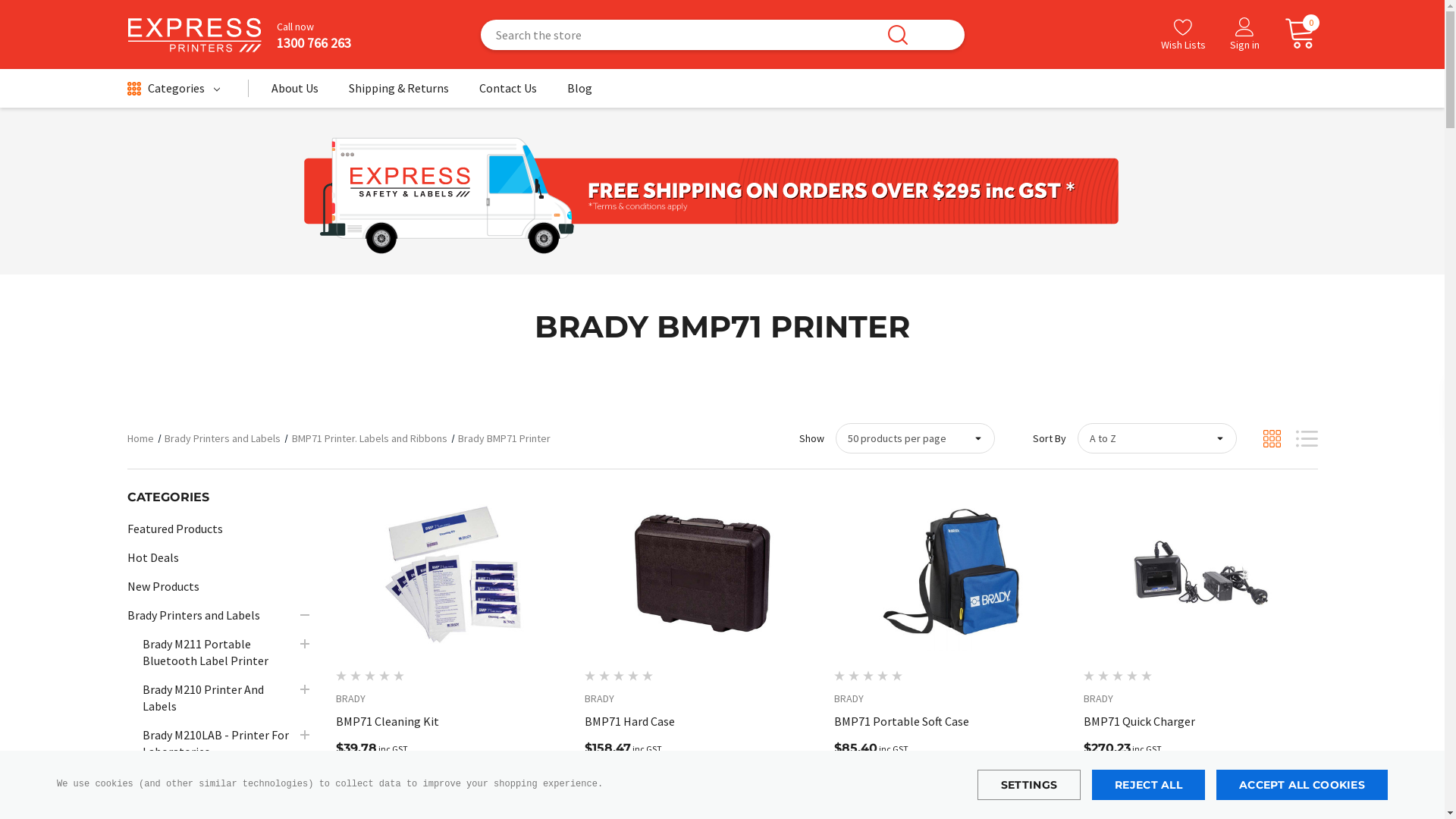 The height and width of the screenshot is (819, 1456). I want to click on 'Express Safety', so click(193, 34).